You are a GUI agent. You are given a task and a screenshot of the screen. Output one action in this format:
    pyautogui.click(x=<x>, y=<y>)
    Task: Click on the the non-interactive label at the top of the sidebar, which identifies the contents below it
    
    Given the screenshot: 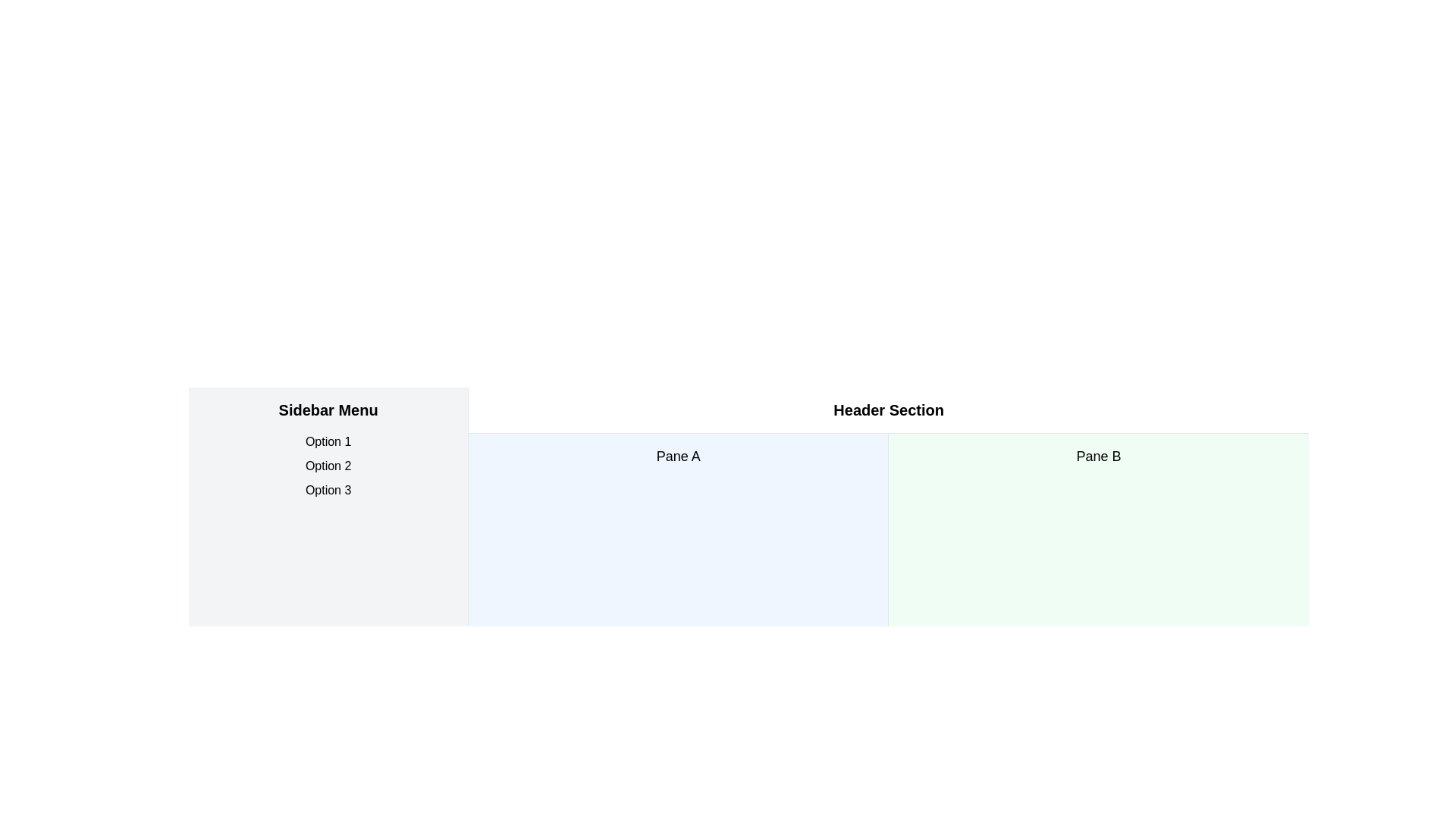 What is the action you would take?
    pyautogui.click(x=328, y=409)
    